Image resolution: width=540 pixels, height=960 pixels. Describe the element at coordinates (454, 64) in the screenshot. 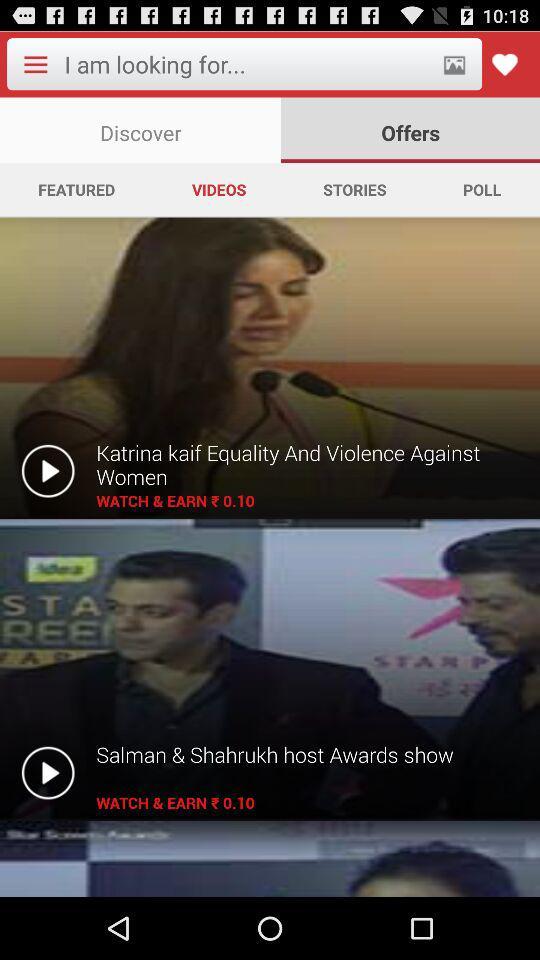

I see `search by image` at that location.